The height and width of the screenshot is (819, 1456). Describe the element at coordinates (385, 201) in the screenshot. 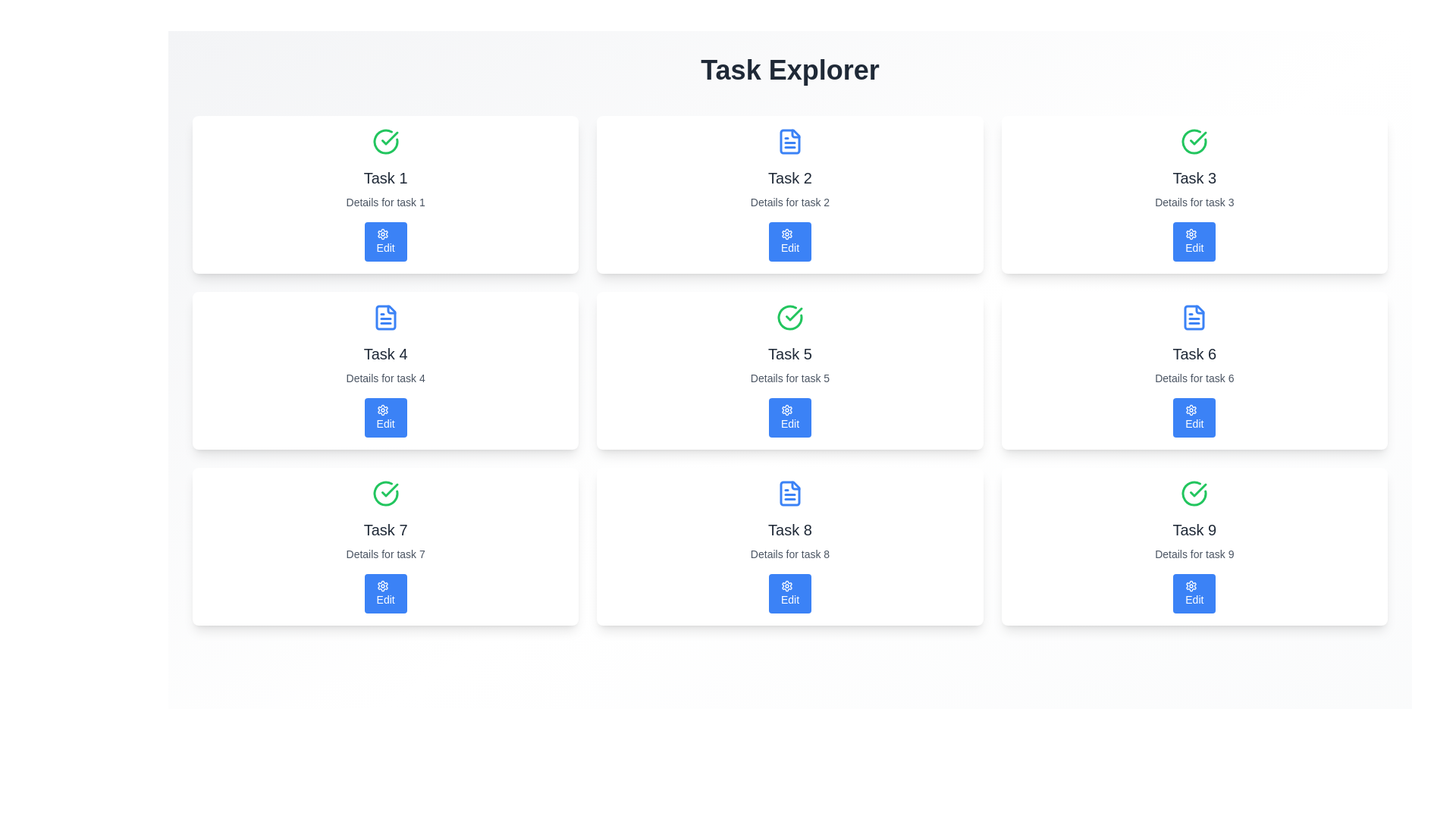

I see `the textual label styled in gray that contains the text 'Details for task 1', positioned below the title 'Task 1' and above the 'Edit' button within the card layout` at that location.